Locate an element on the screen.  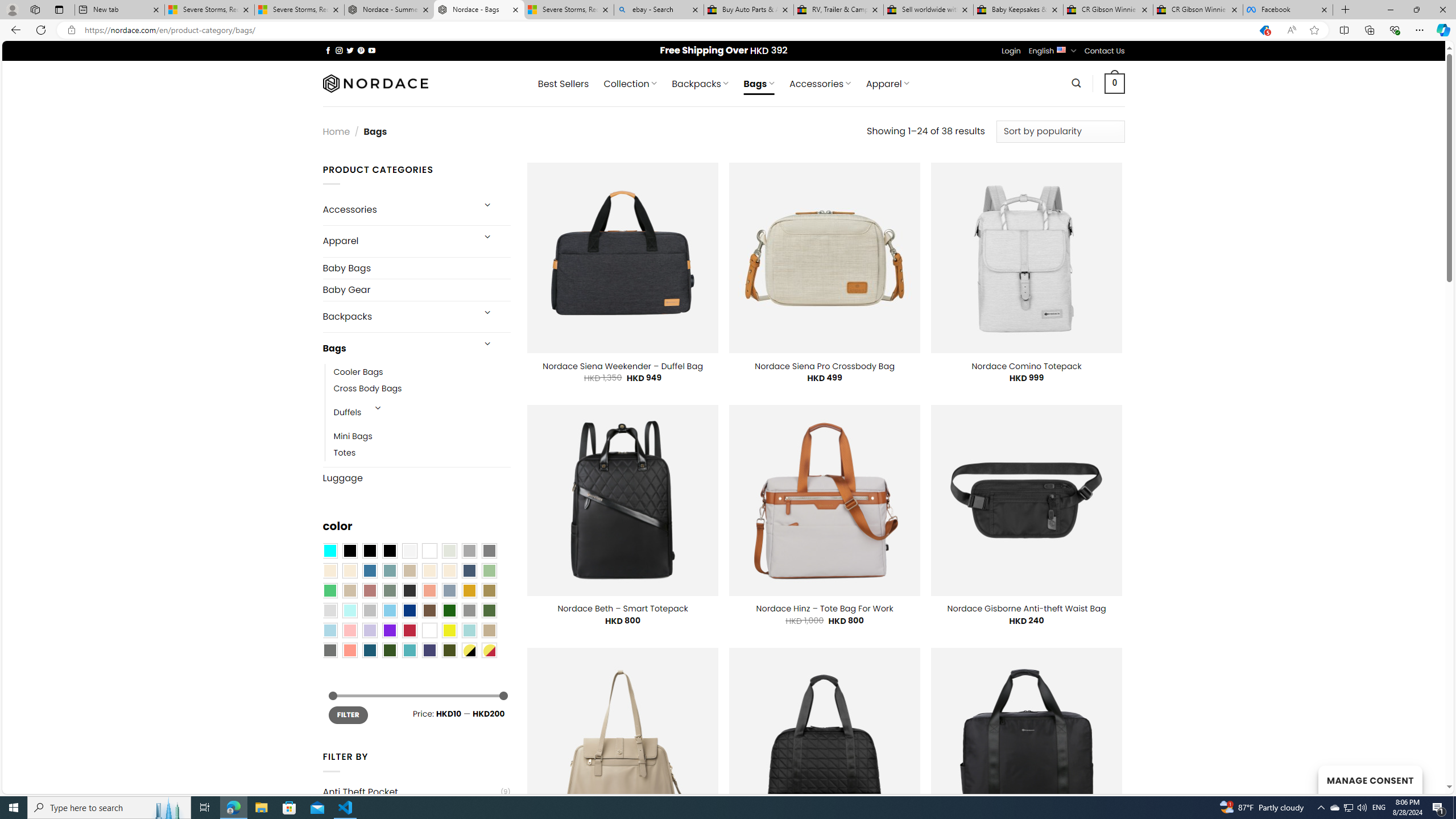
'Gold' is located at coordinates (468, 590).